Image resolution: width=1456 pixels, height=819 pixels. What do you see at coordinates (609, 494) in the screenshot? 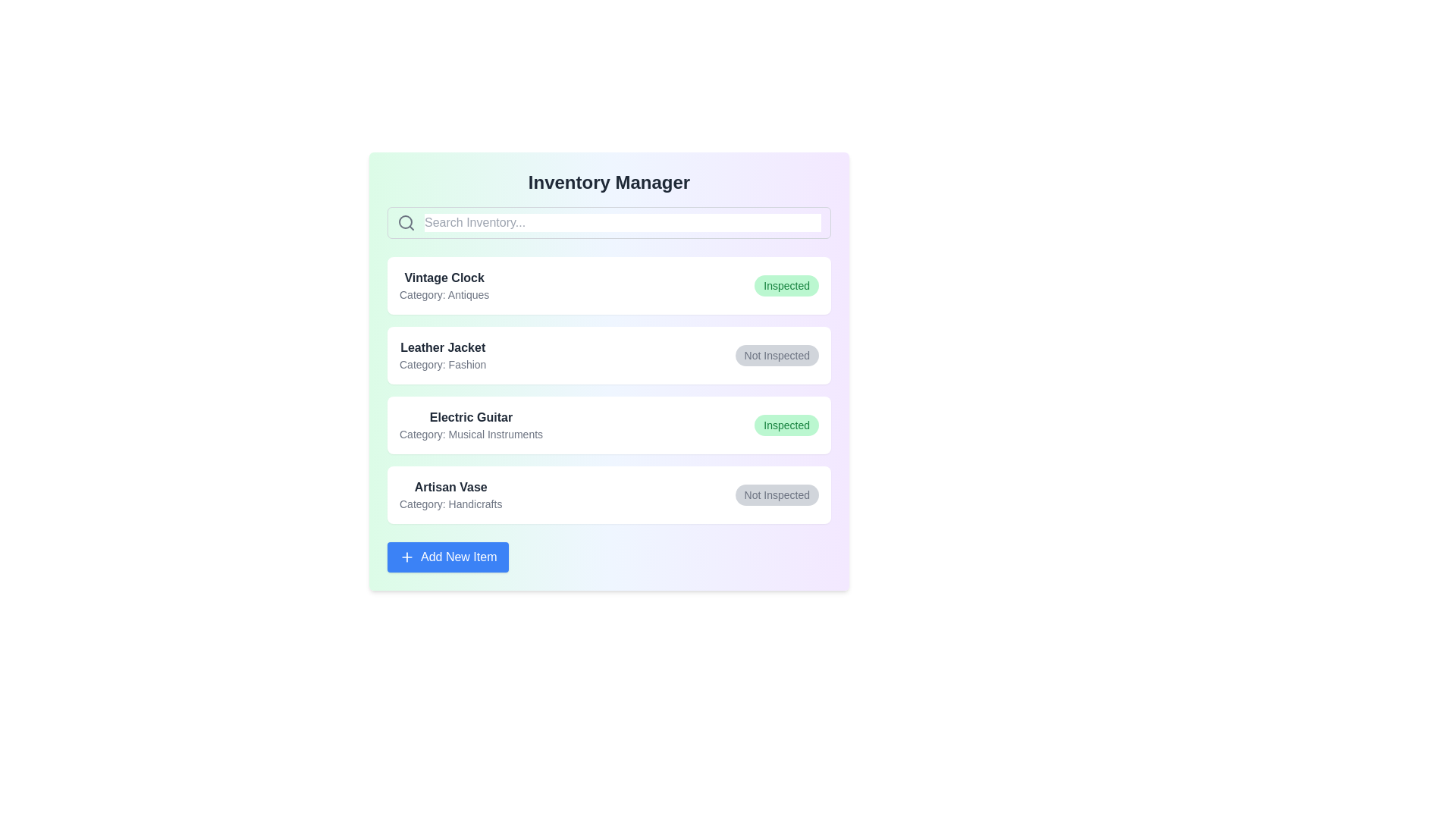
I see `the item details for Artisan Vase` at bounding box center [609, 494].